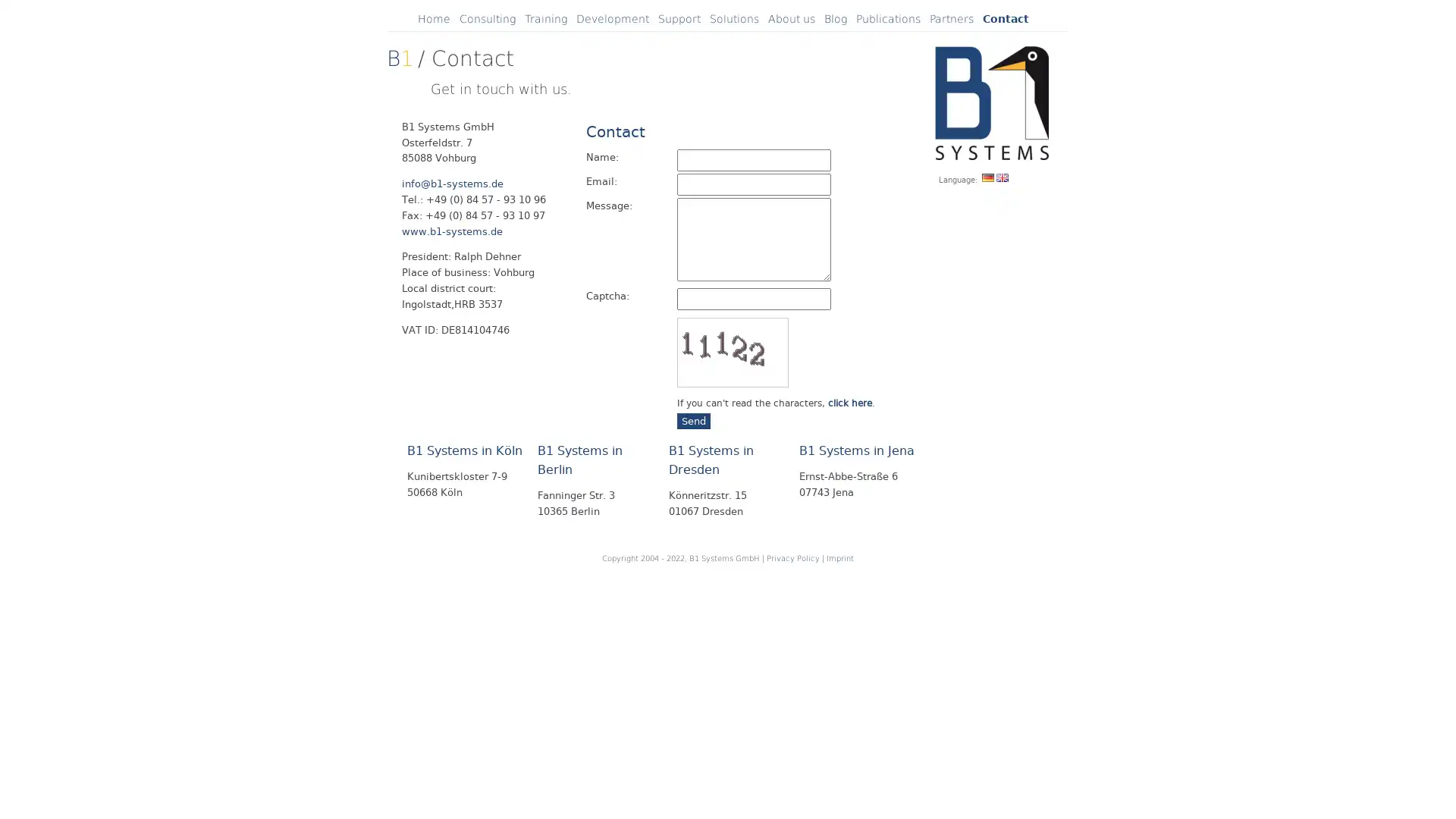  What do you see at coordinates (693, 421) in the screenshot?
I see `Send` at bounding box center [693, 421].